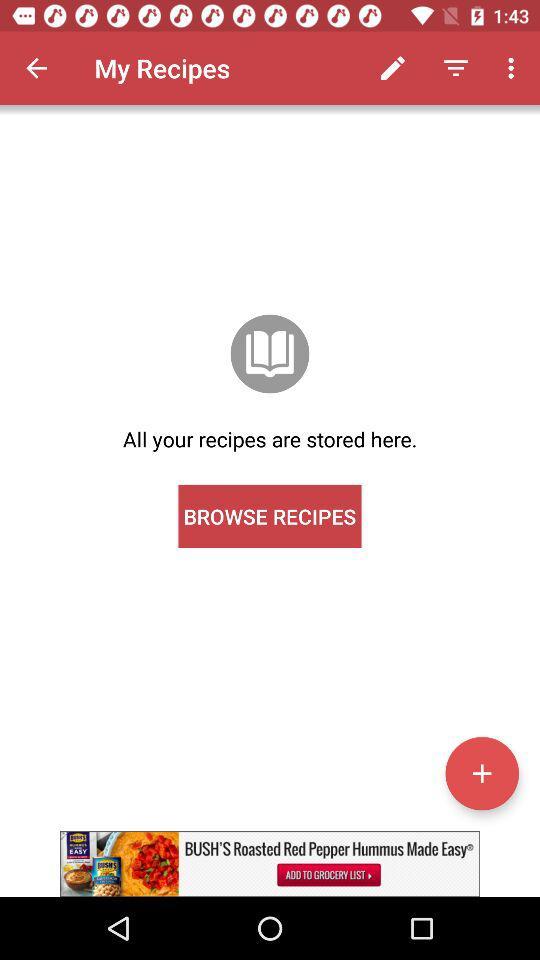 The height and width of the screenshot is (960, 540). I want to click on the add icon, so click(481, 772).